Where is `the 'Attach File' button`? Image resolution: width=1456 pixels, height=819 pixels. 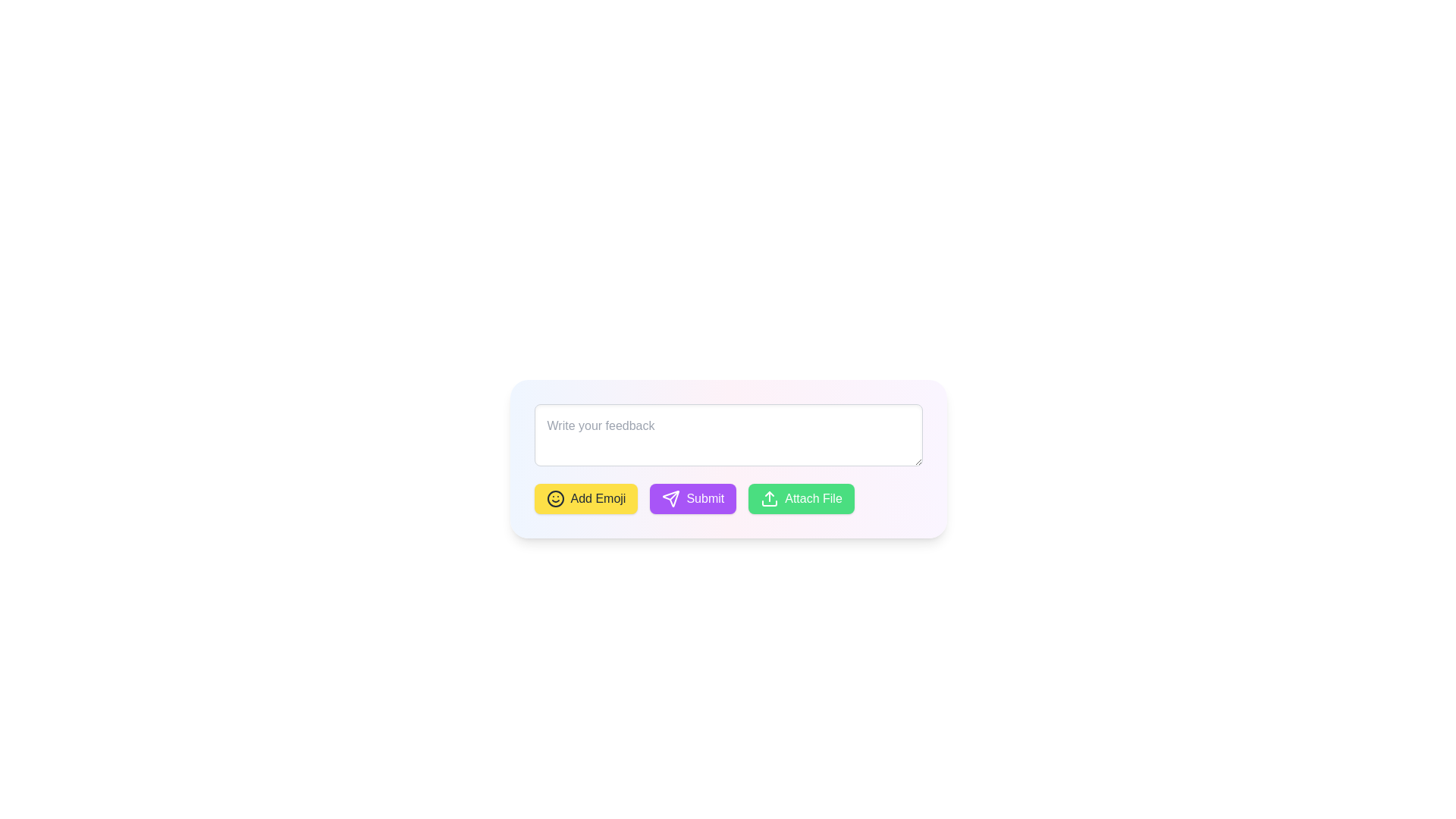 the 'Attach File' button is located at coordinates (800, 499).